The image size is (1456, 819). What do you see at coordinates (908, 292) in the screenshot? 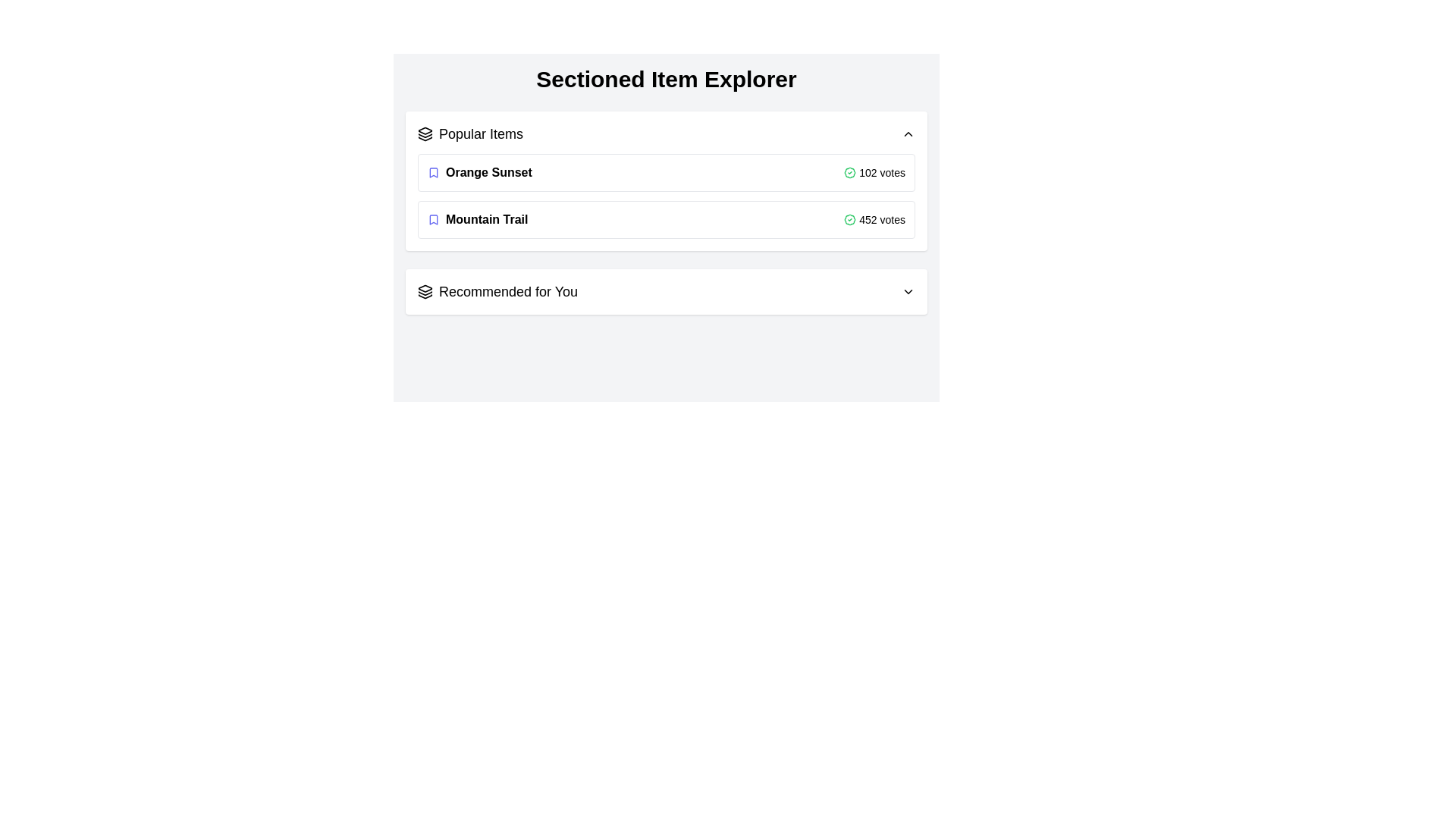
I see `the downward-pointing chevron icon next to the 'Recommended for You' text` at bounding box center [908, 292].